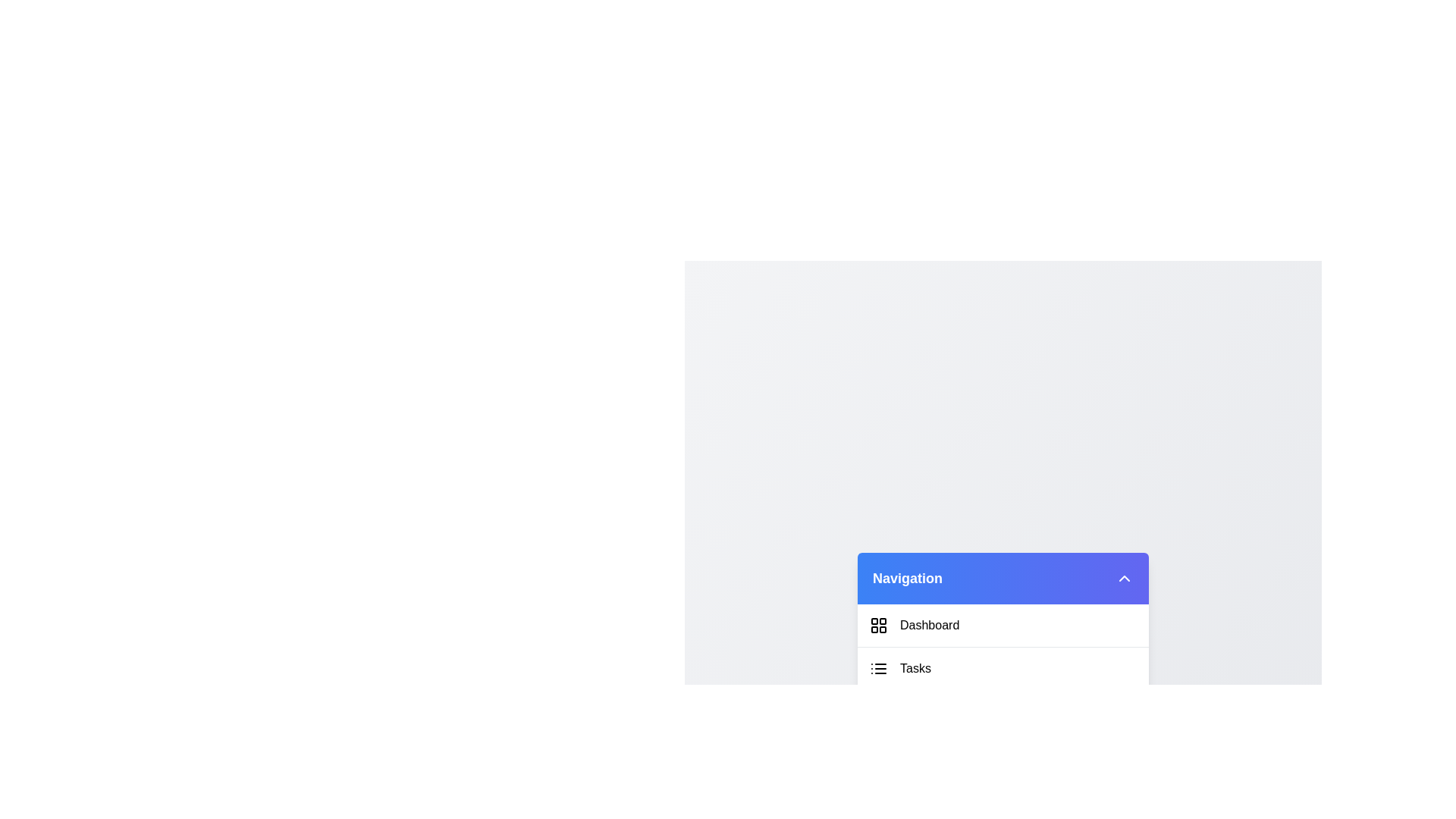 The image size is (1456, 819). I want to click on the menu item labeled Tasks, so click(910, 644).